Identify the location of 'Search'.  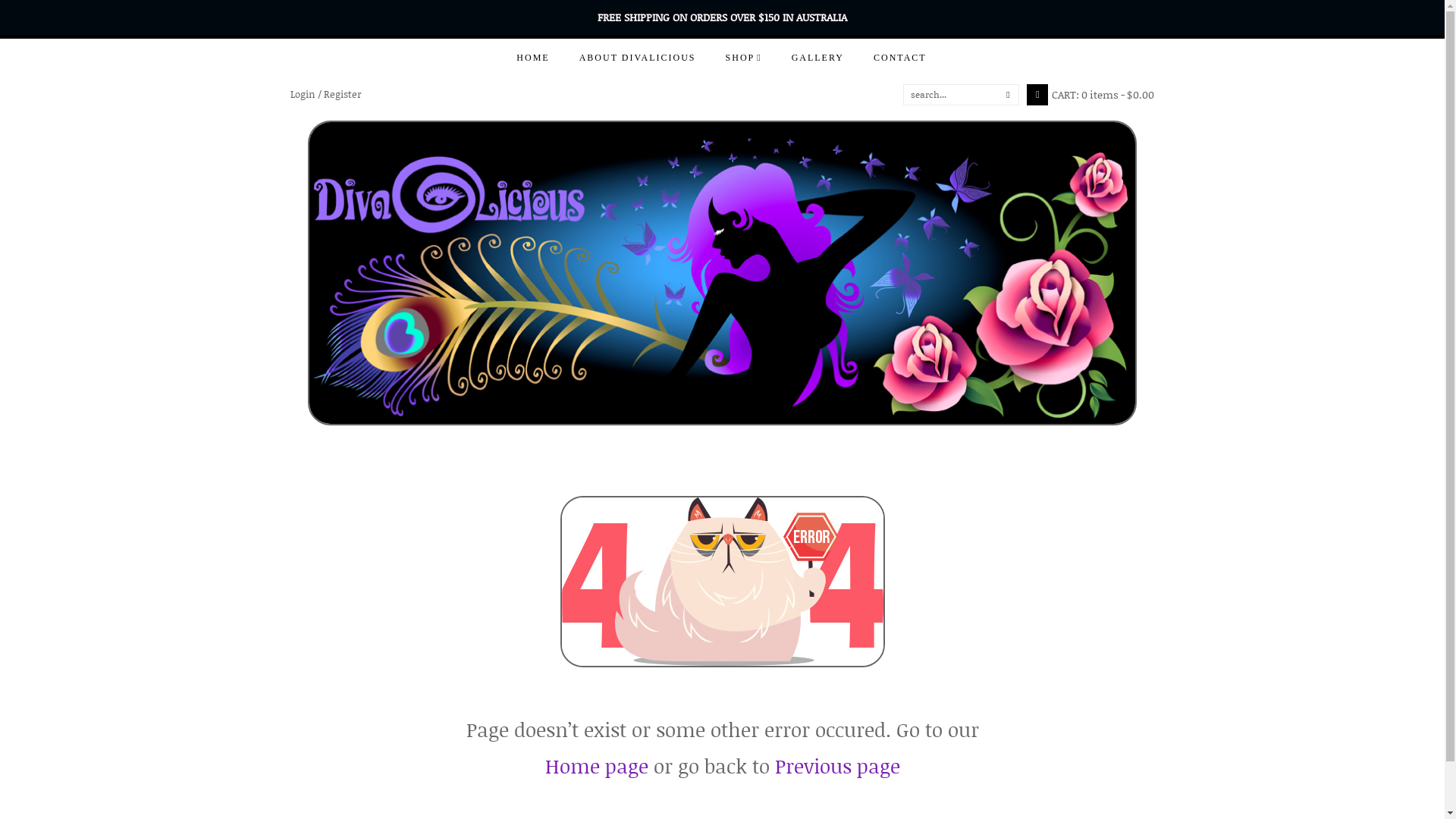
(903, 94).